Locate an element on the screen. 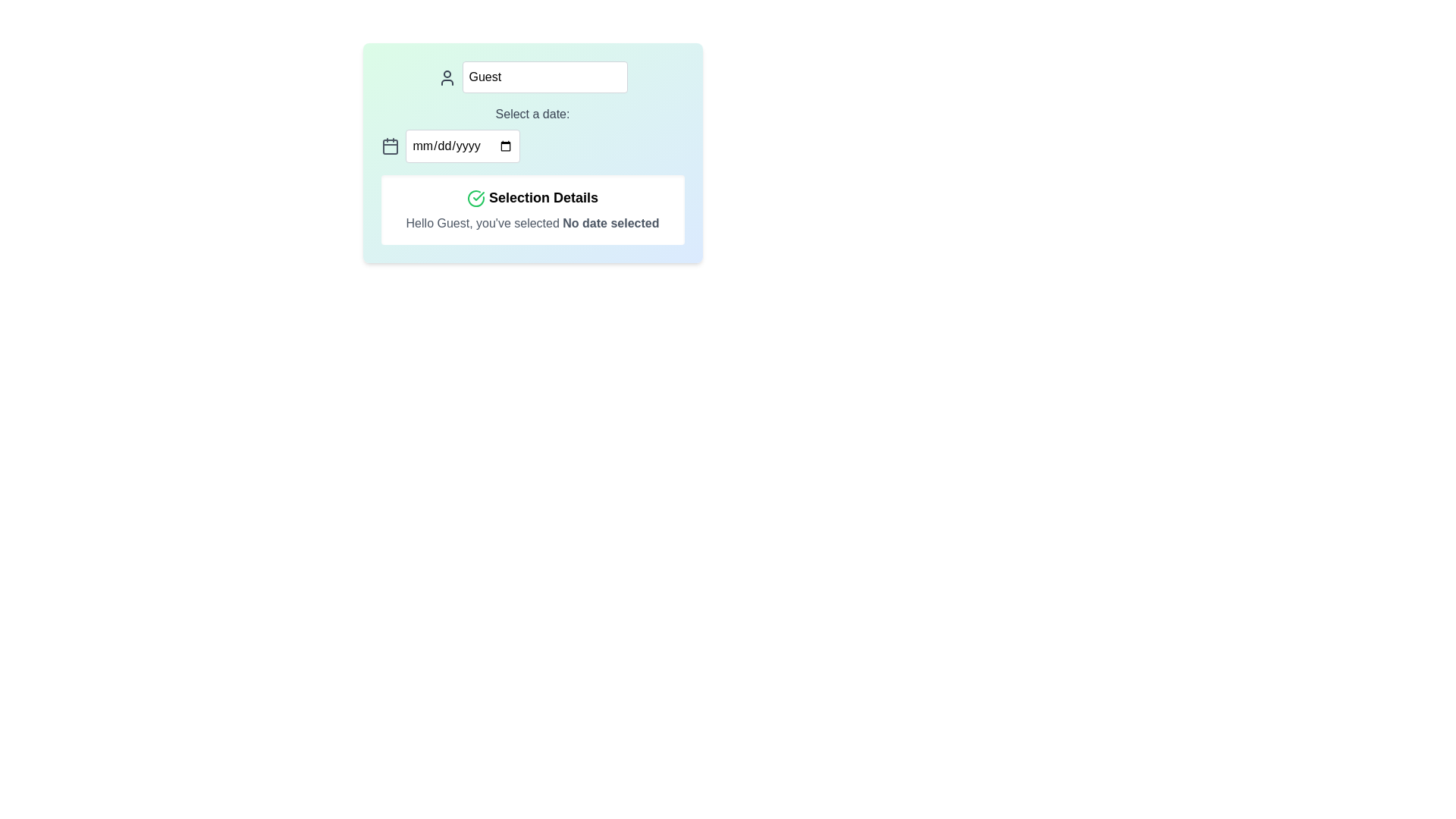 The height and width of the screenshot is (819, 1456). the text label stating 'Hello Guest, you've selected No date selected.' located in the 'Selection Details' section is located at coordinates (532, 223).